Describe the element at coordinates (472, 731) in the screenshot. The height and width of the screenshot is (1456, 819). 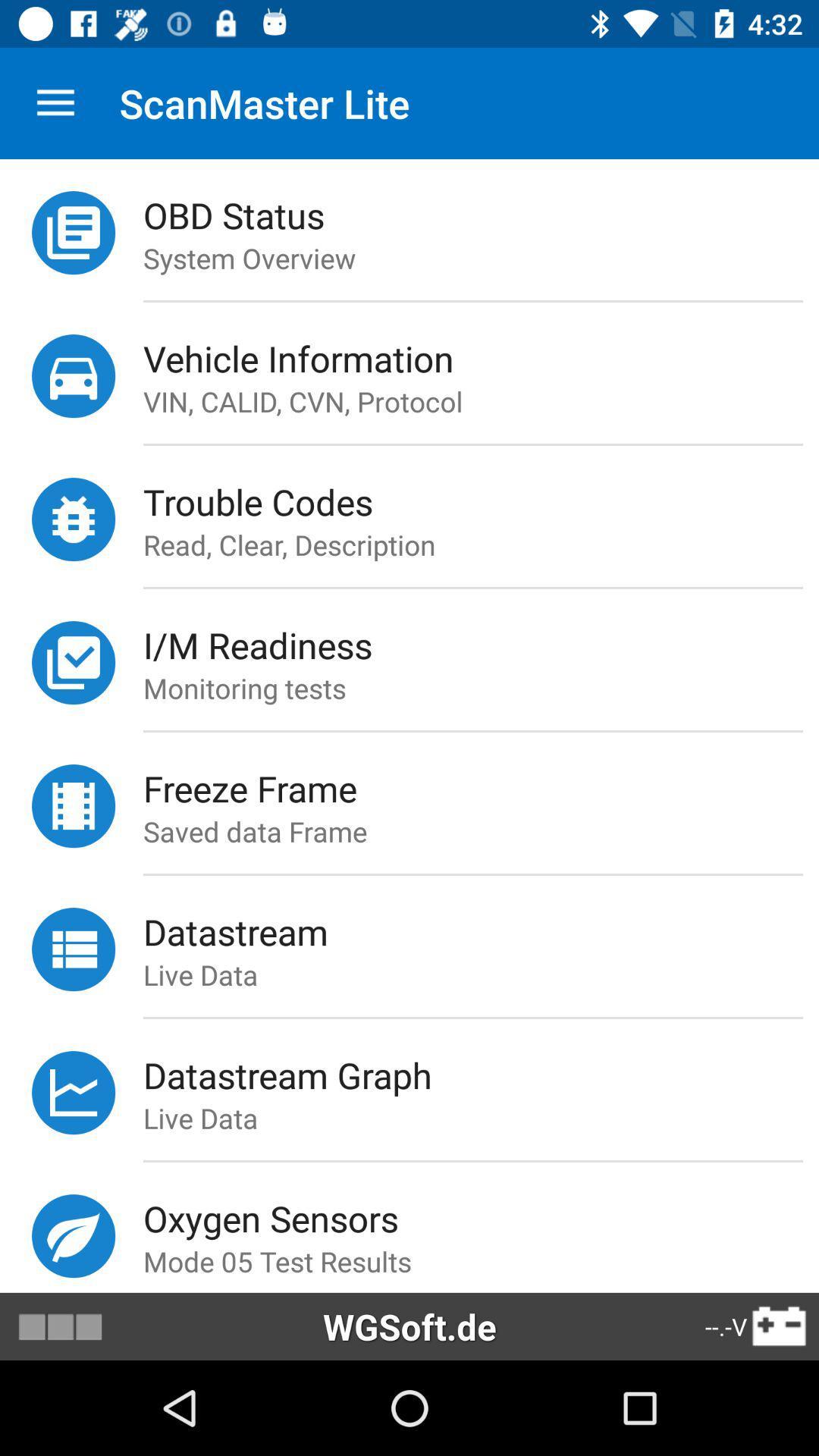
I see `the item below the monitoring tests` at that location.